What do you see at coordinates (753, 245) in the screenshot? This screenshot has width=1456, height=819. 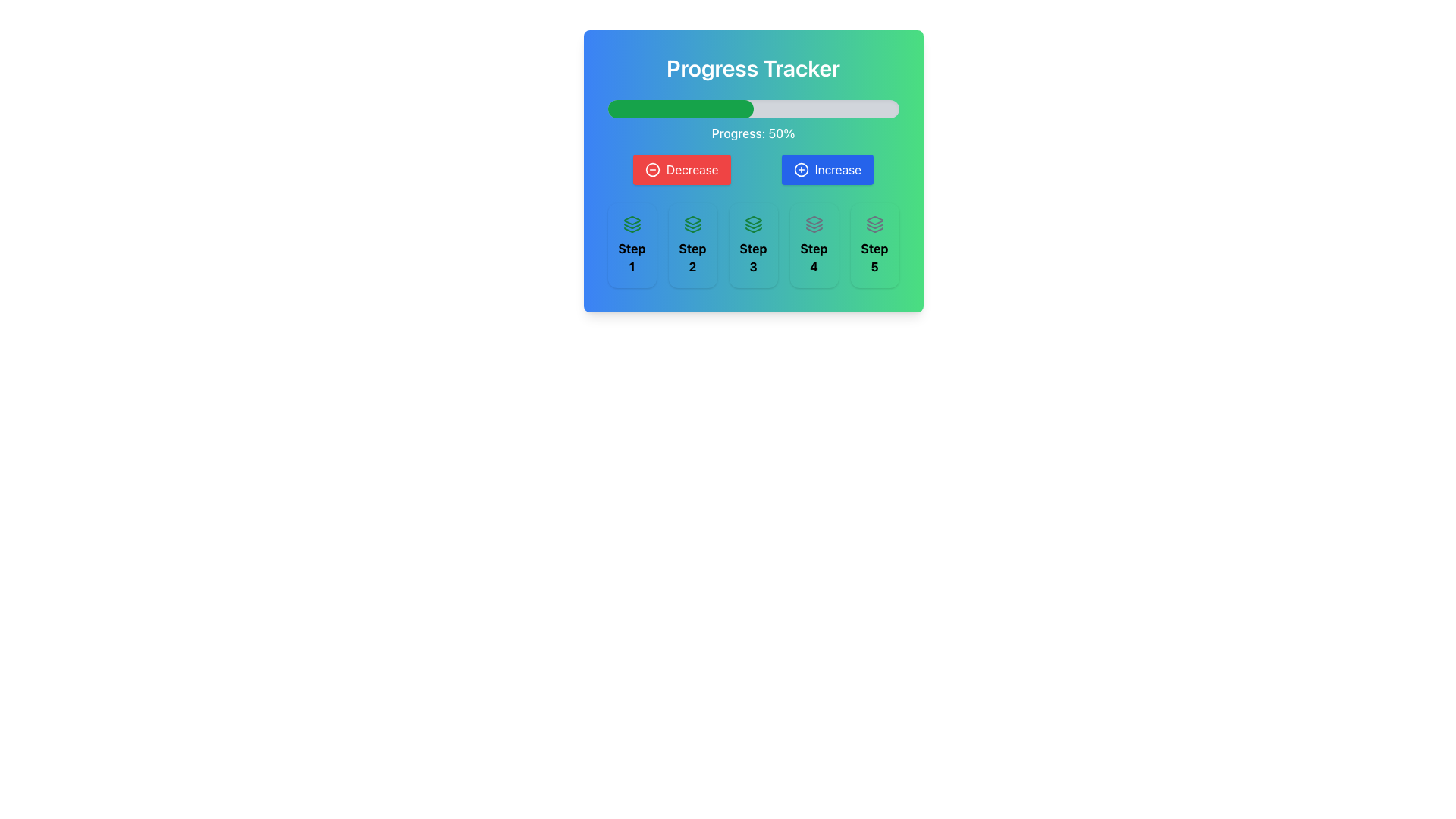 I see `the horizontal step indicator displaying the current active step (Step 3) in the Progress Tracker interface, located below the Decrease and Increase buttons` at bounding box center [753, 245].